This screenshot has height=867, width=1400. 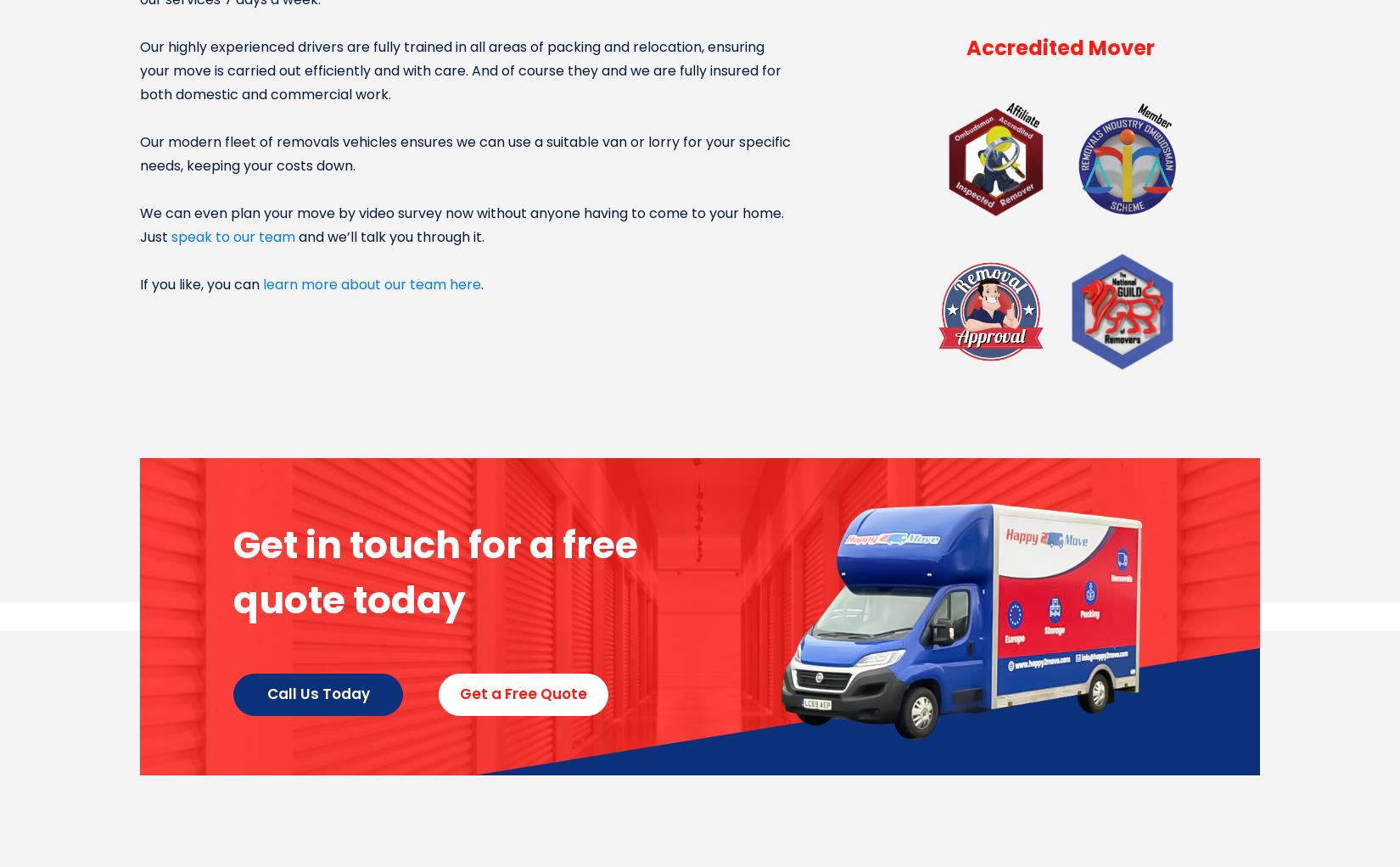 What do you see at coordinates (434, 572) in the screenshot?
I see `'Get in touch for a free quote today'` at bounding box center [434, 572].